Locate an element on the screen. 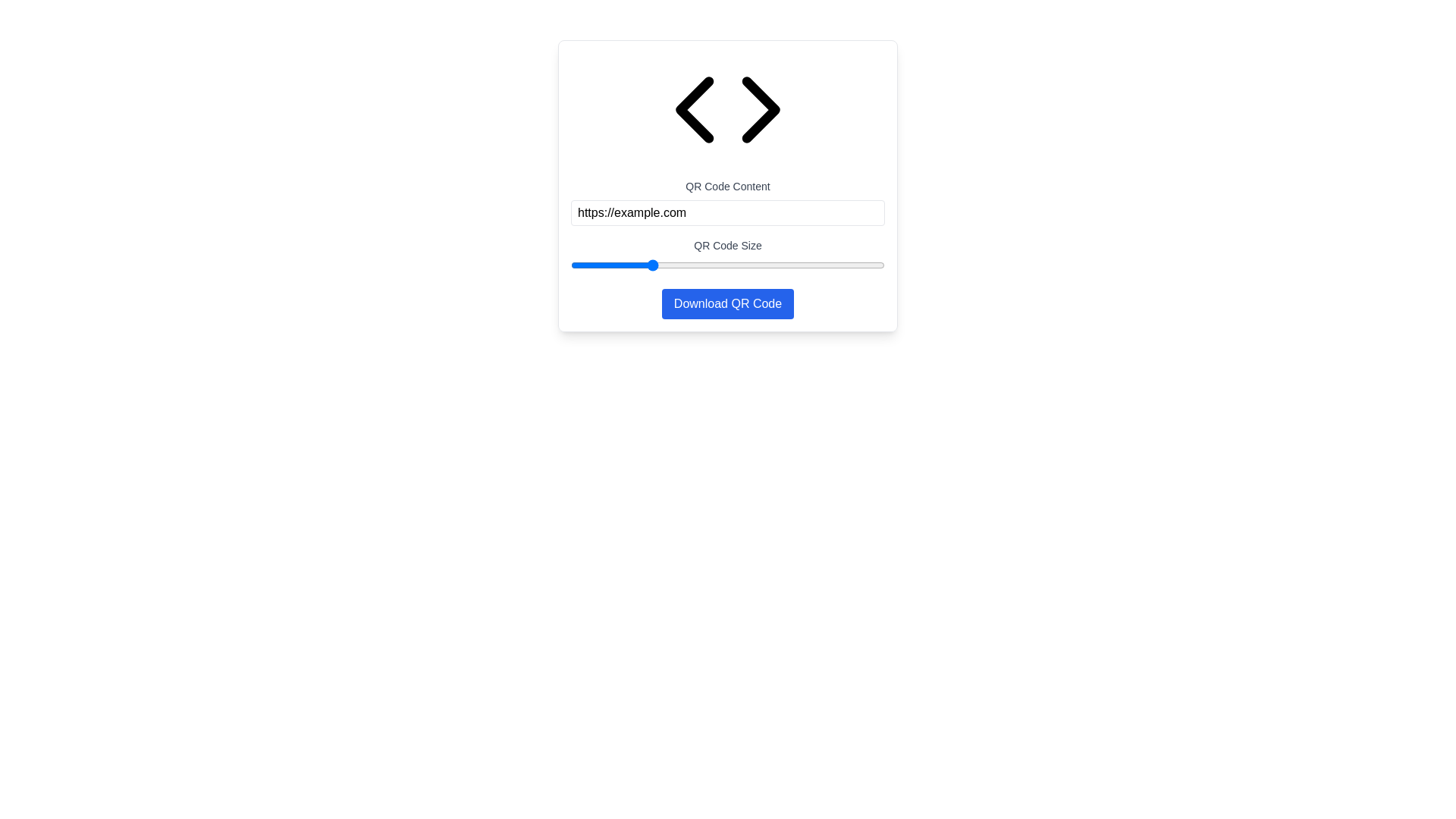 The width and height of the screenshot is (1456, 819). the QR code size is located at coordinates (570, 265).